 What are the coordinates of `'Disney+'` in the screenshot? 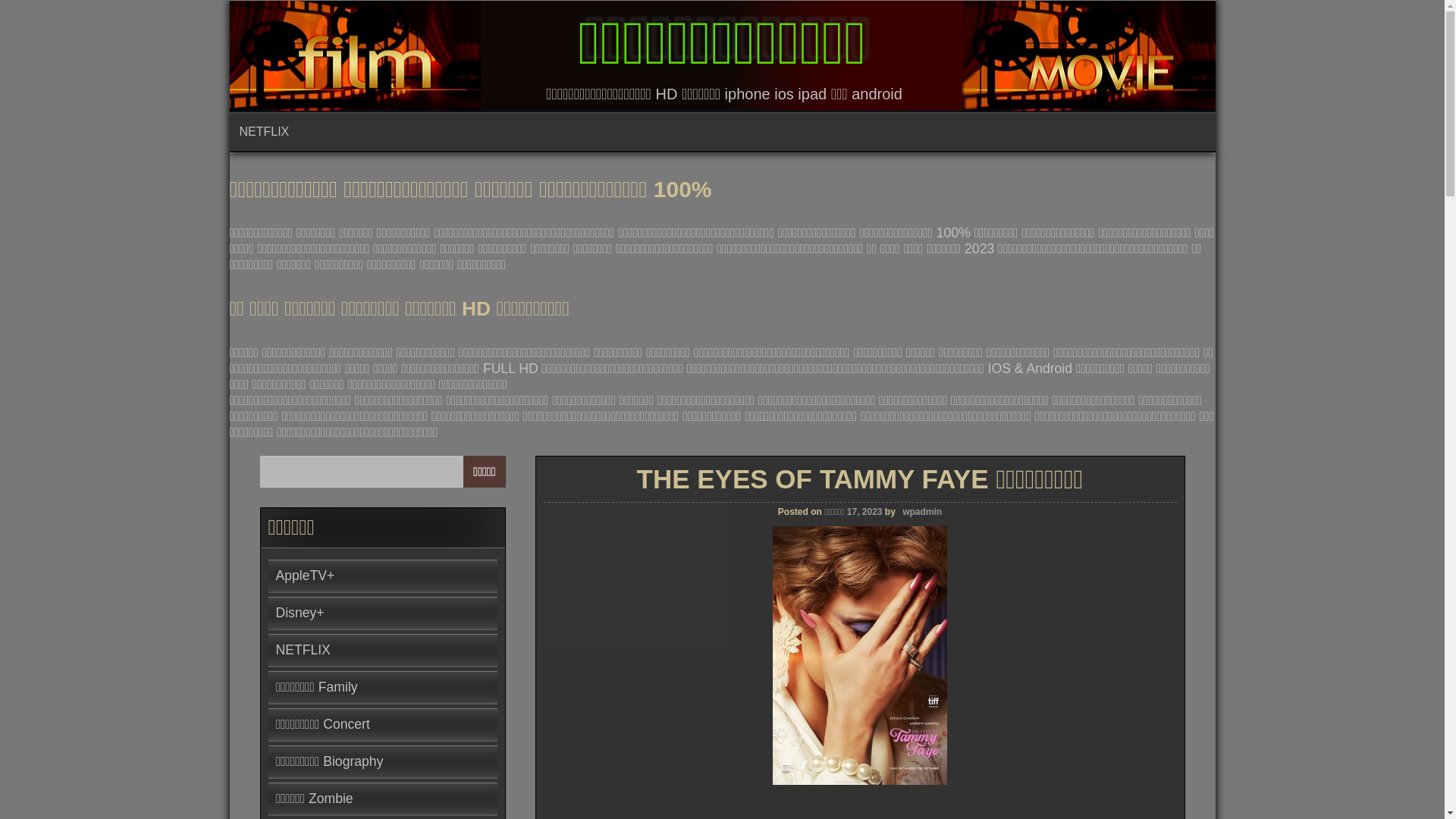 It's located at (300, 611).